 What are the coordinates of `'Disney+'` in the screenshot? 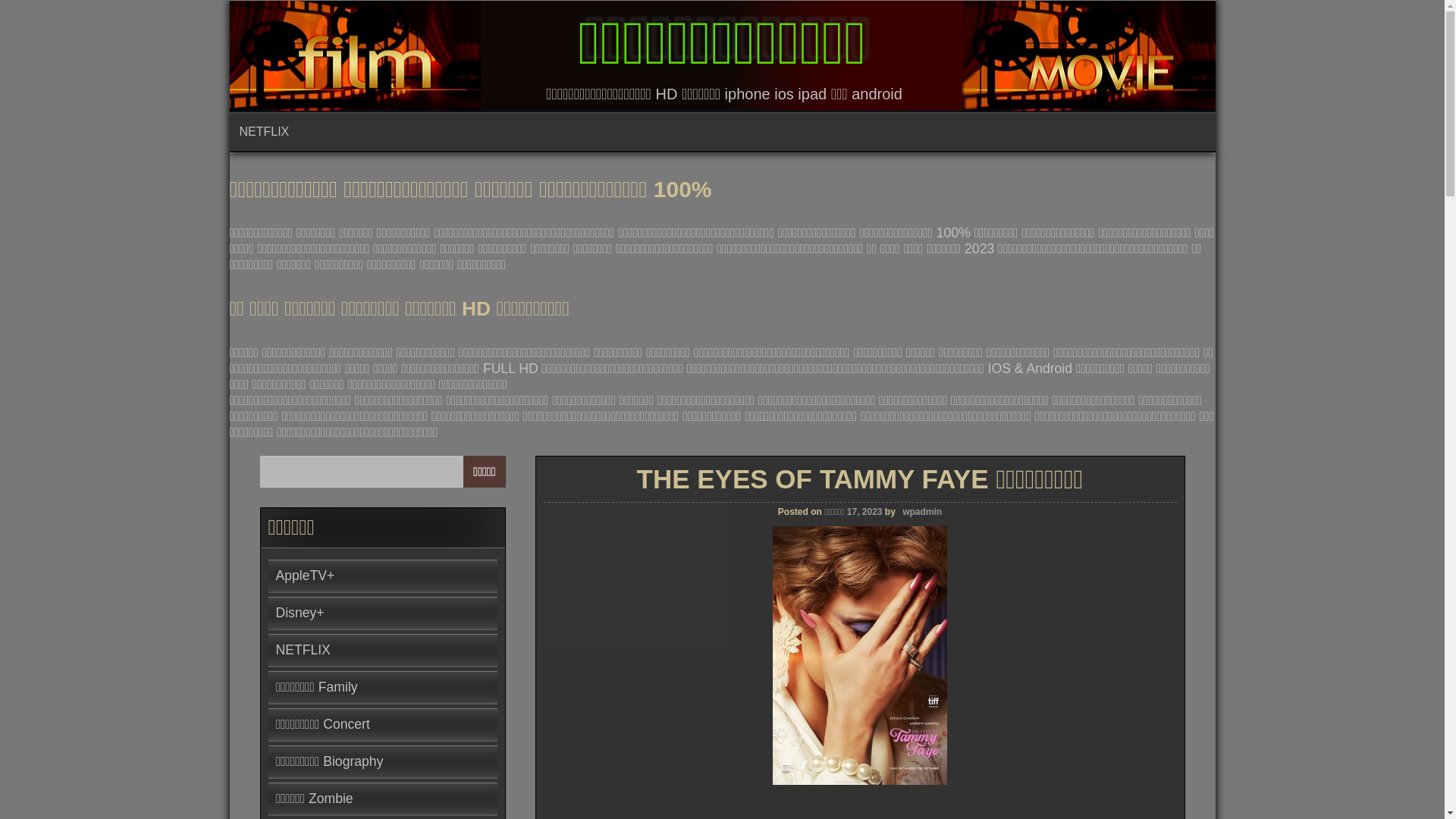 It's located at (300, 611).